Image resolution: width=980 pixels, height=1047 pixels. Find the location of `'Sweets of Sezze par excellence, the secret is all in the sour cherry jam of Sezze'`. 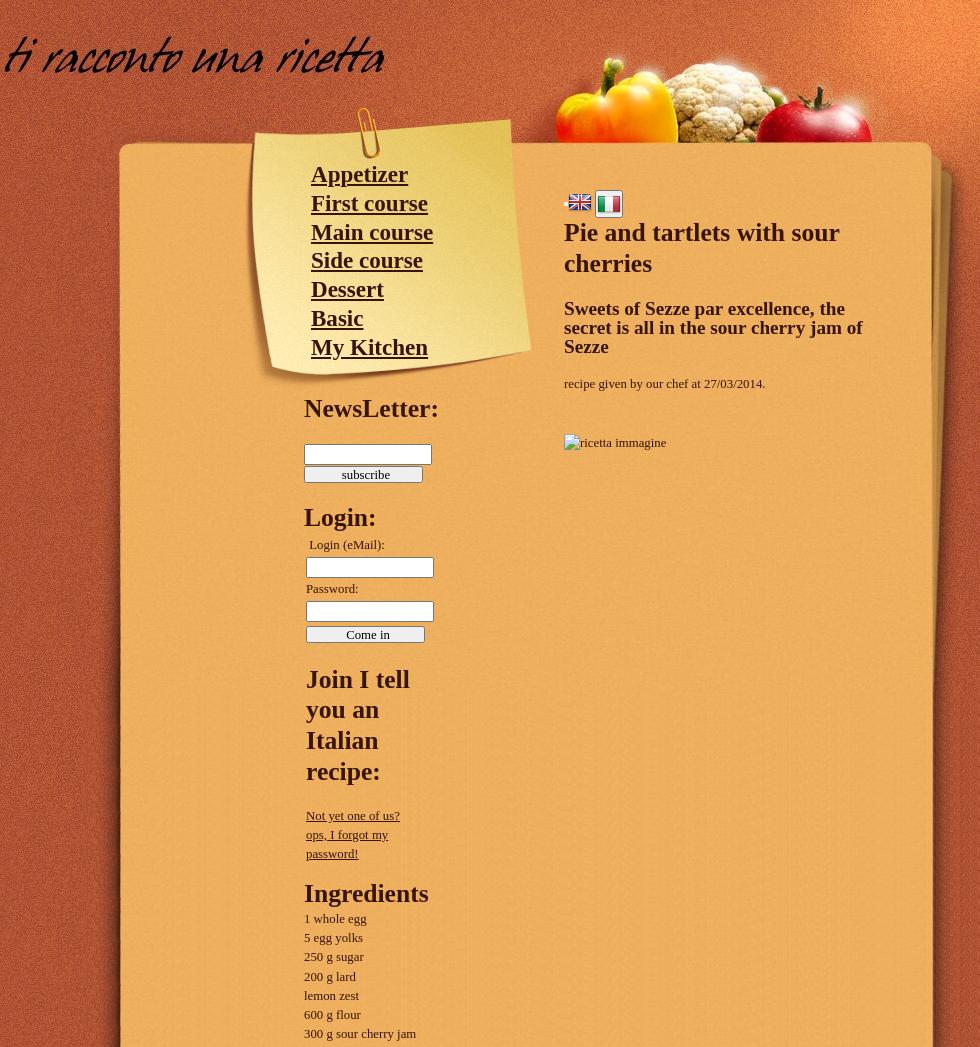

'Sweets of Sezze par excellence, the secret is all in the sour cherry jam of Sezze' is located at coordinates (713, 325).